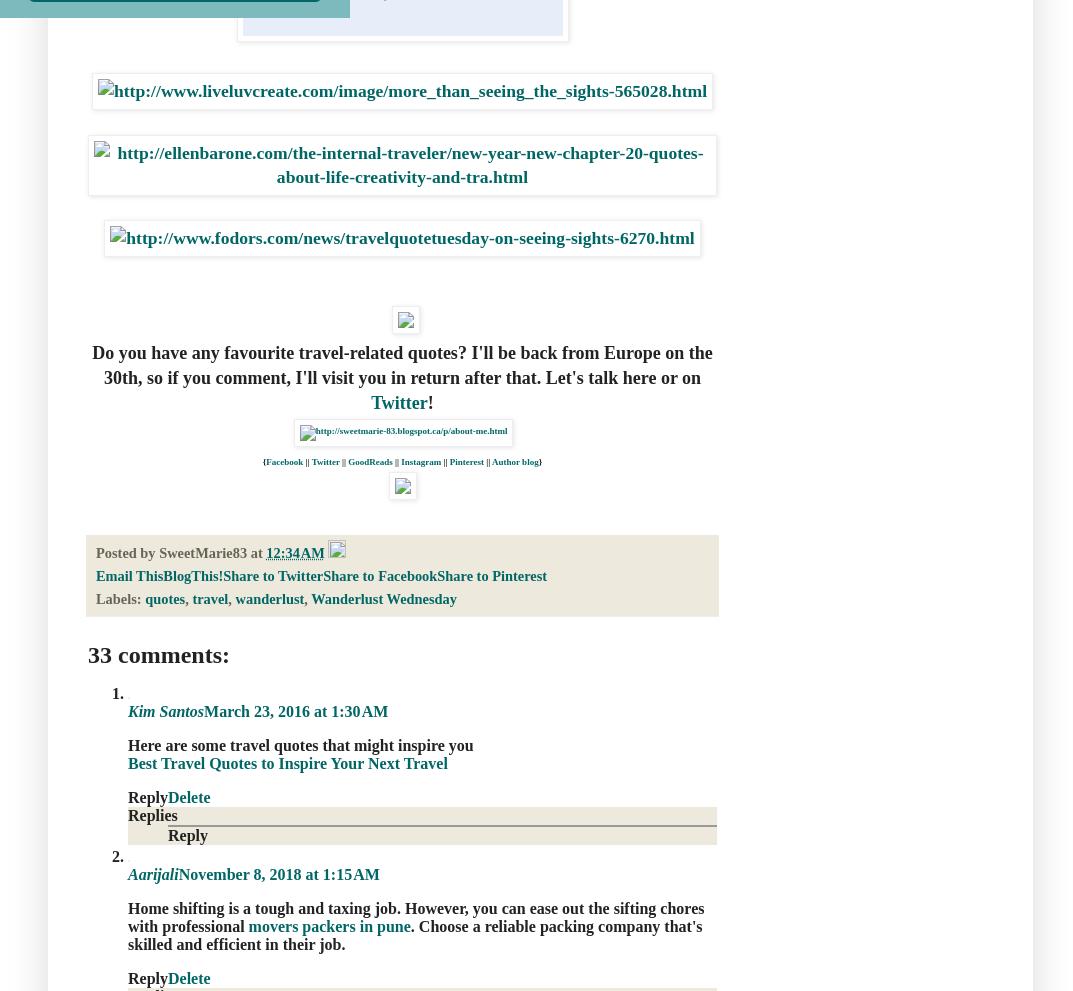  I want to click on 'Facebook', so click(283, 461).